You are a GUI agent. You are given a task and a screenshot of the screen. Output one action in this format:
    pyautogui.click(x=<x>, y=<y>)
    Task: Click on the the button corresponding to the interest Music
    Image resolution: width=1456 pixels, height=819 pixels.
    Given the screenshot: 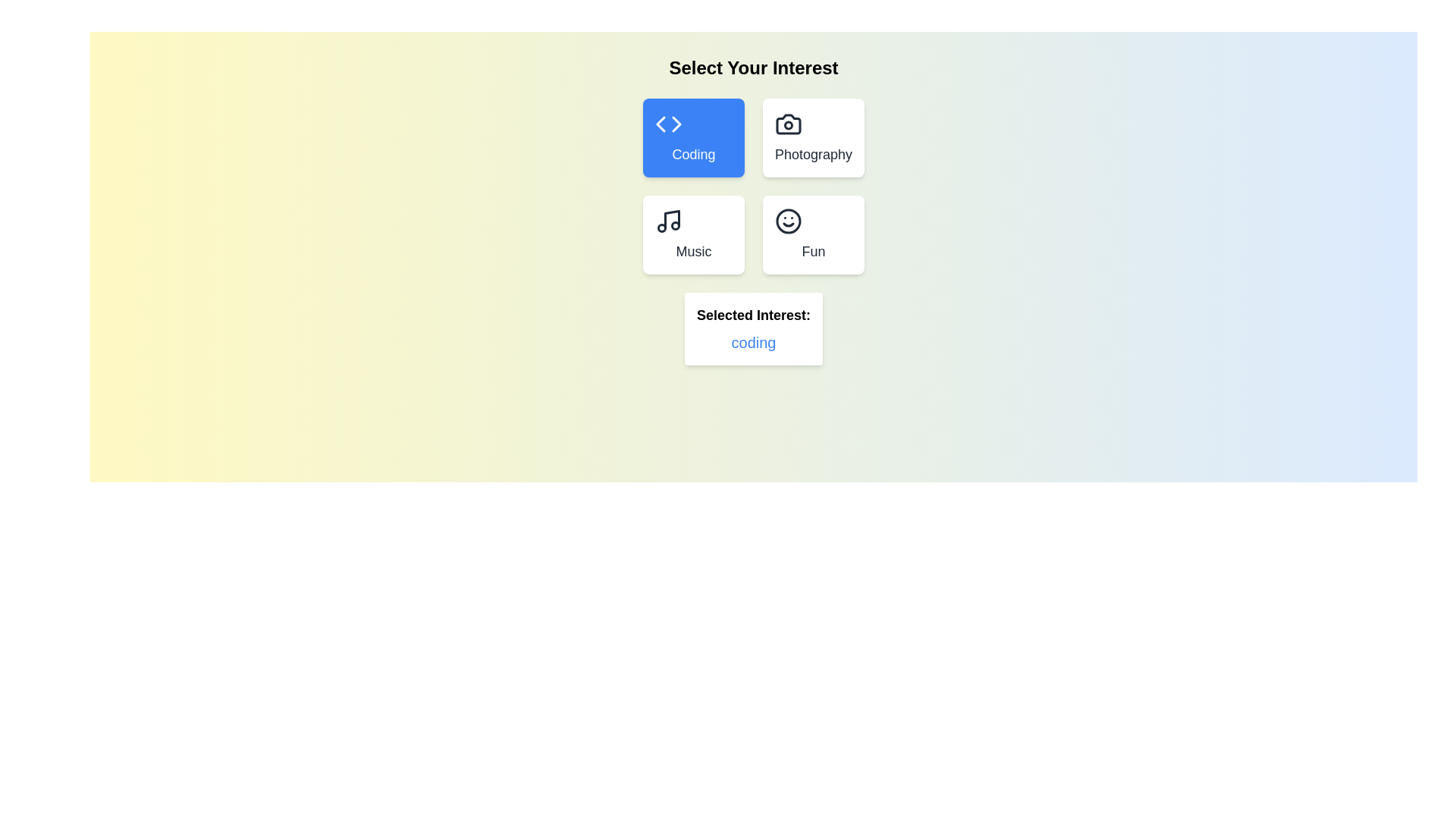 What is the action you would take?
    pyautogui.click(x=692, y=234)
    